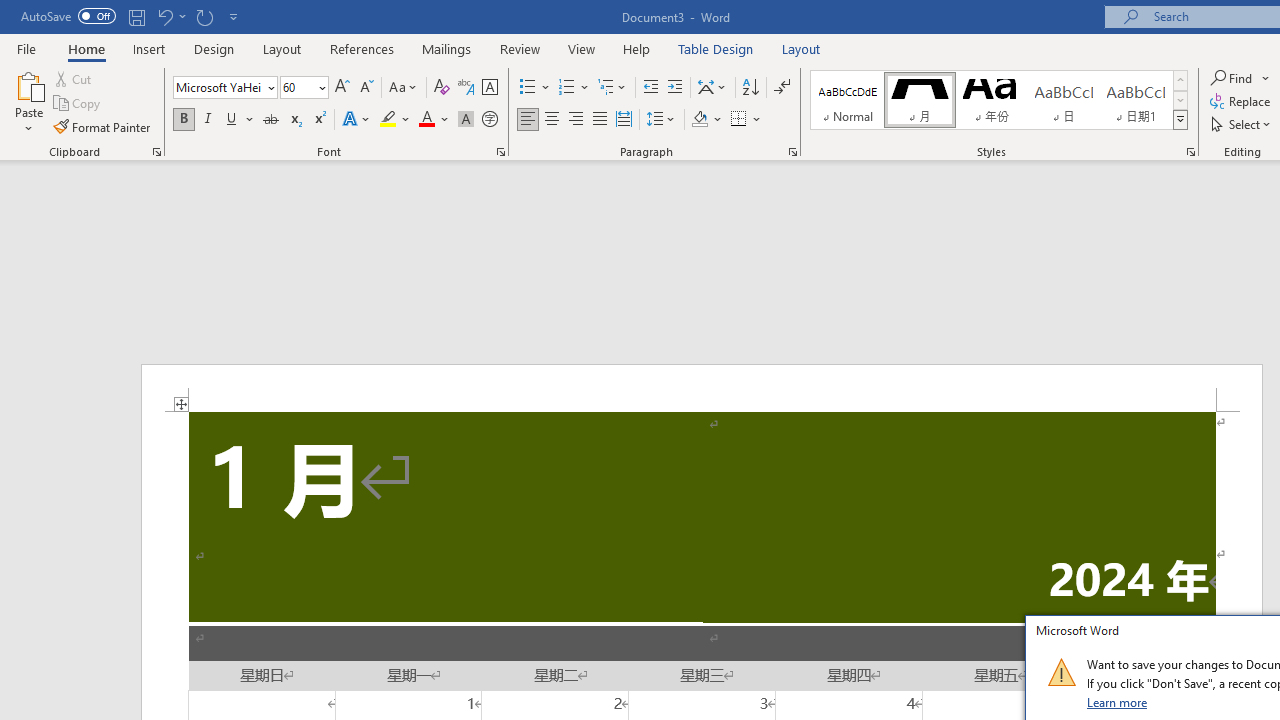 This screenshot has width=1280, height=720. What do you see at coordinates (1241, 124) in the screenshot?
I see `'Select'` at bounding box center [1241, 124].